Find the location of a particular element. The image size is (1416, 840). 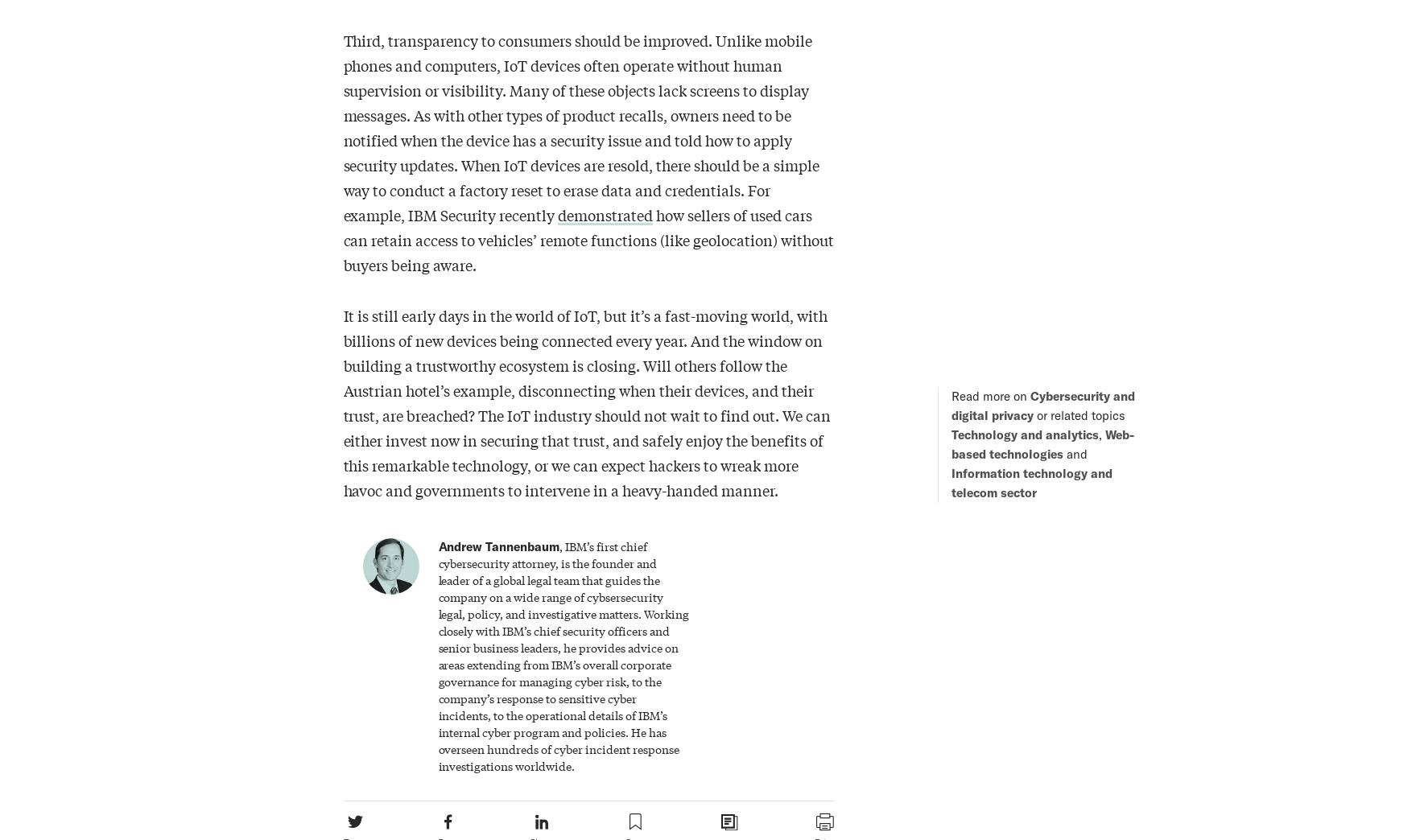

'Web-based technologies' is located at coordinates (1041, 443).